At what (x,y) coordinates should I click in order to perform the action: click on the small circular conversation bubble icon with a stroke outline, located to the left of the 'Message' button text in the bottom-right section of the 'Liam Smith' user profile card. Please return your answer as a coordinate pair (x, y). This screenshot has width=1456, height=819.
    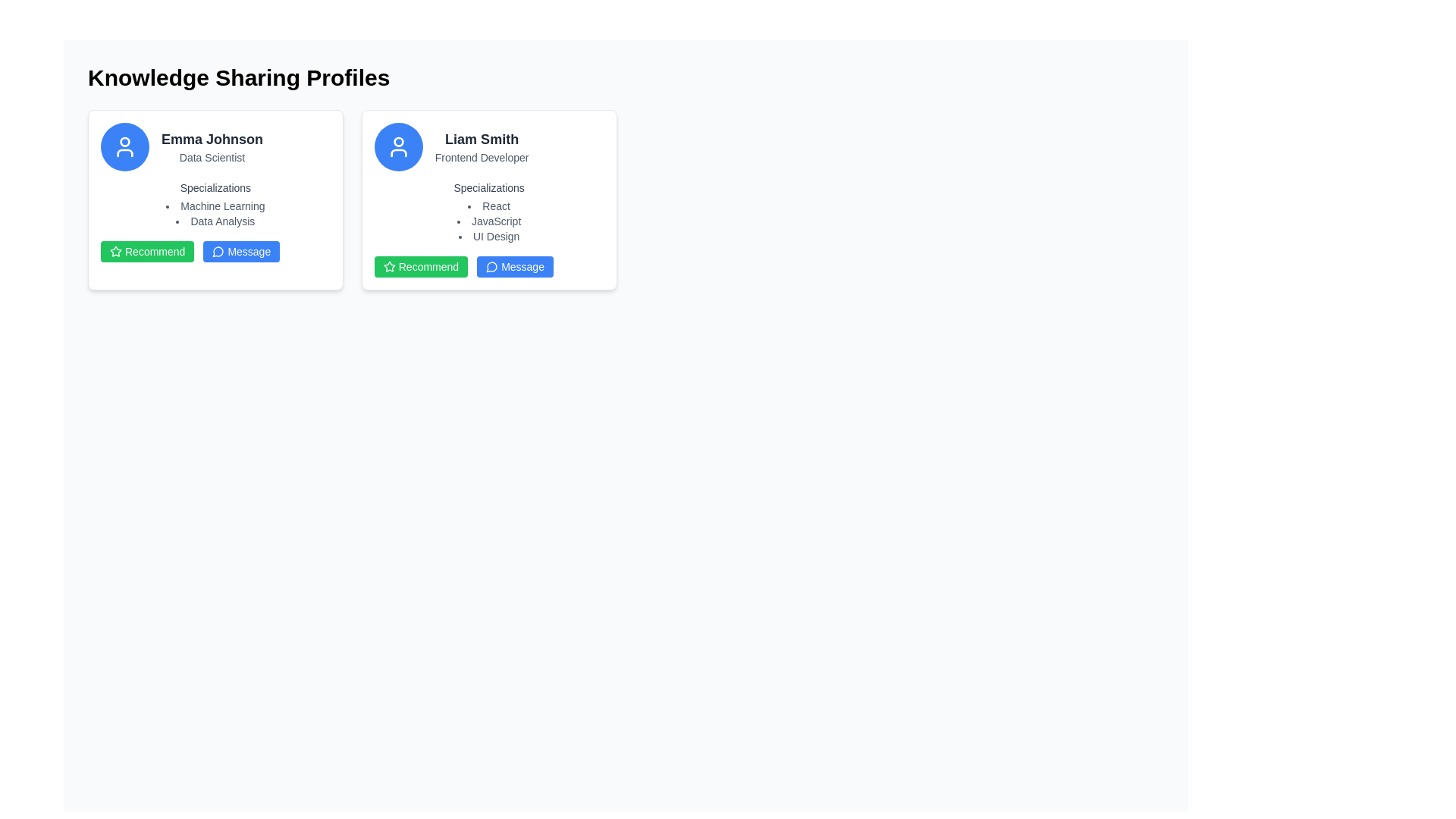
    Looking at the image, I should click on (492, 265).